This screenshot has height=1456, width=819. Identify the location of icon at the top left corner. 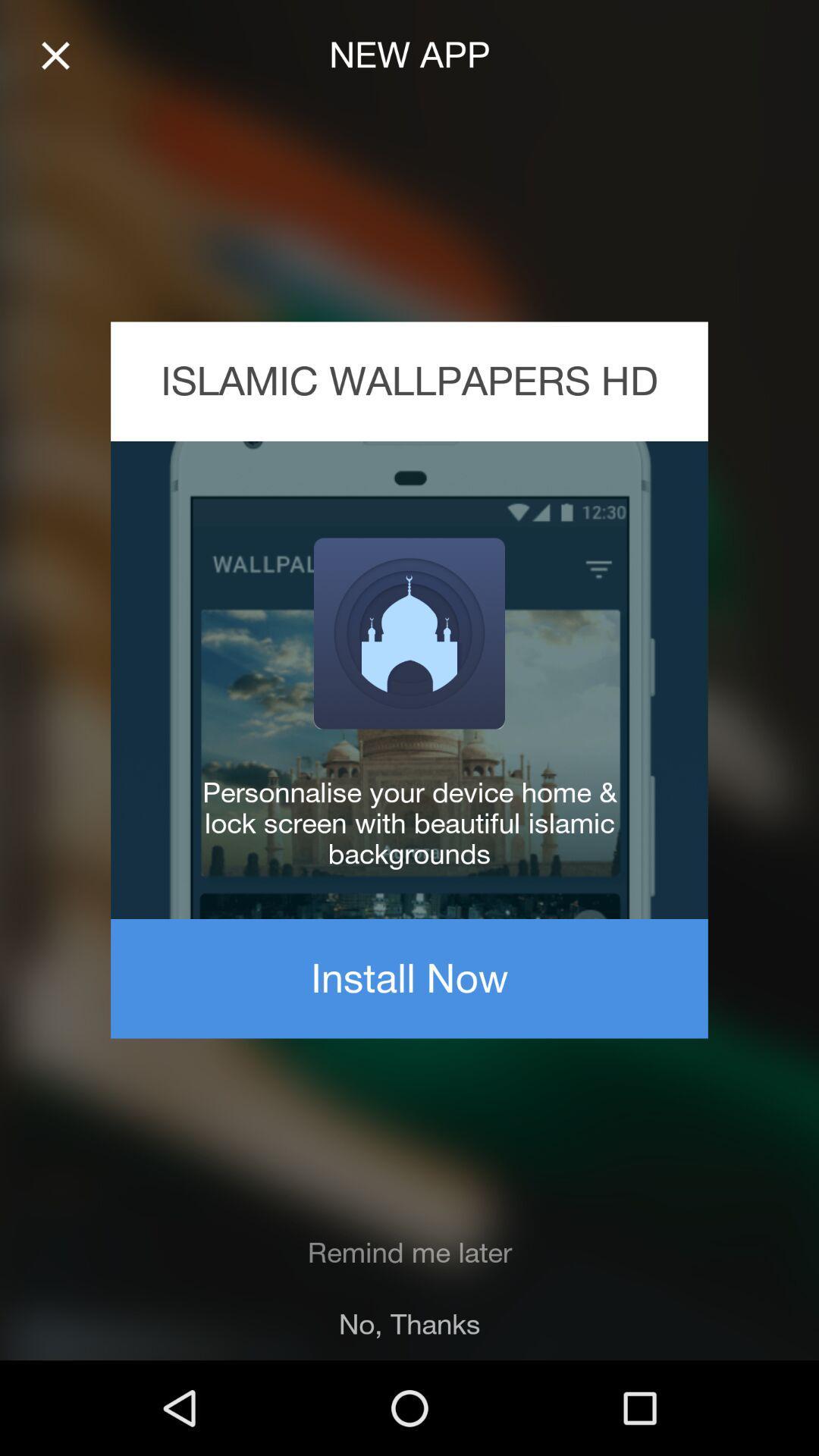
(55, 55).